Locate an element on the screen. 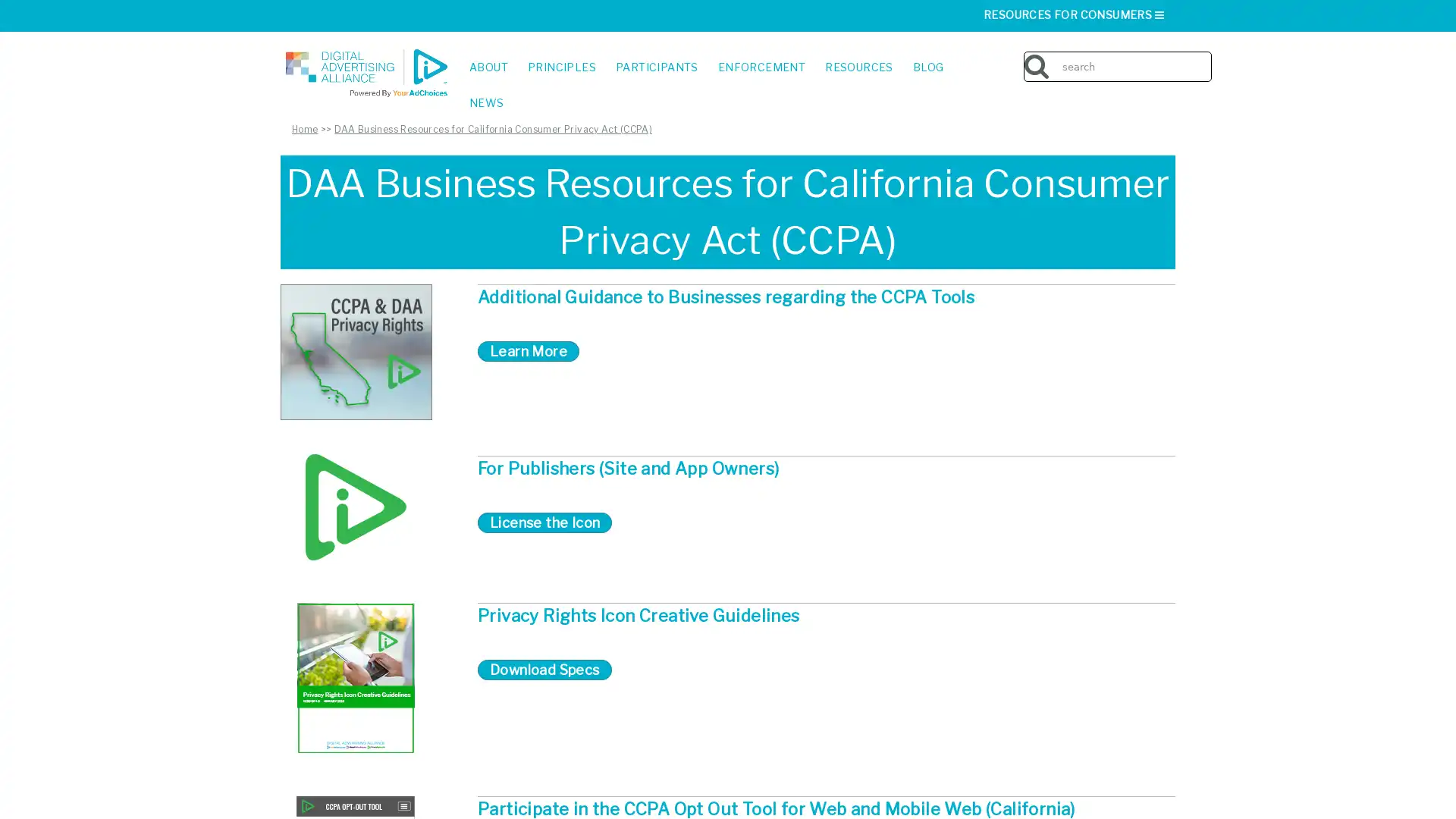 The width and height of the screenshot is (1456, 819). Search is located at coordinates (1204, 55).